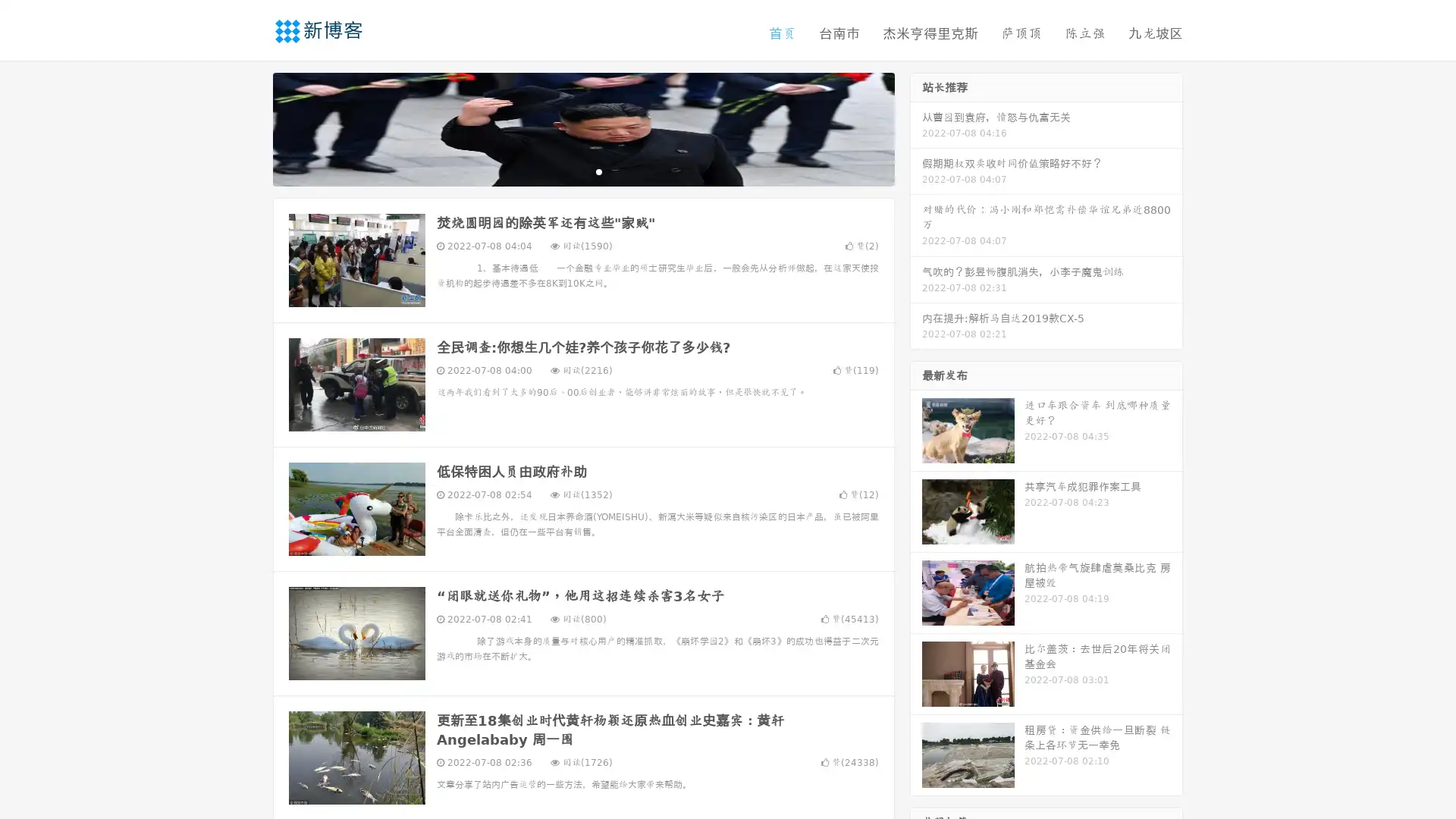 The height and width of the screenshot is (819, 1456). Describe the element at coordinates (916, 127) in the screenshot. I see `Next slide` at that location.